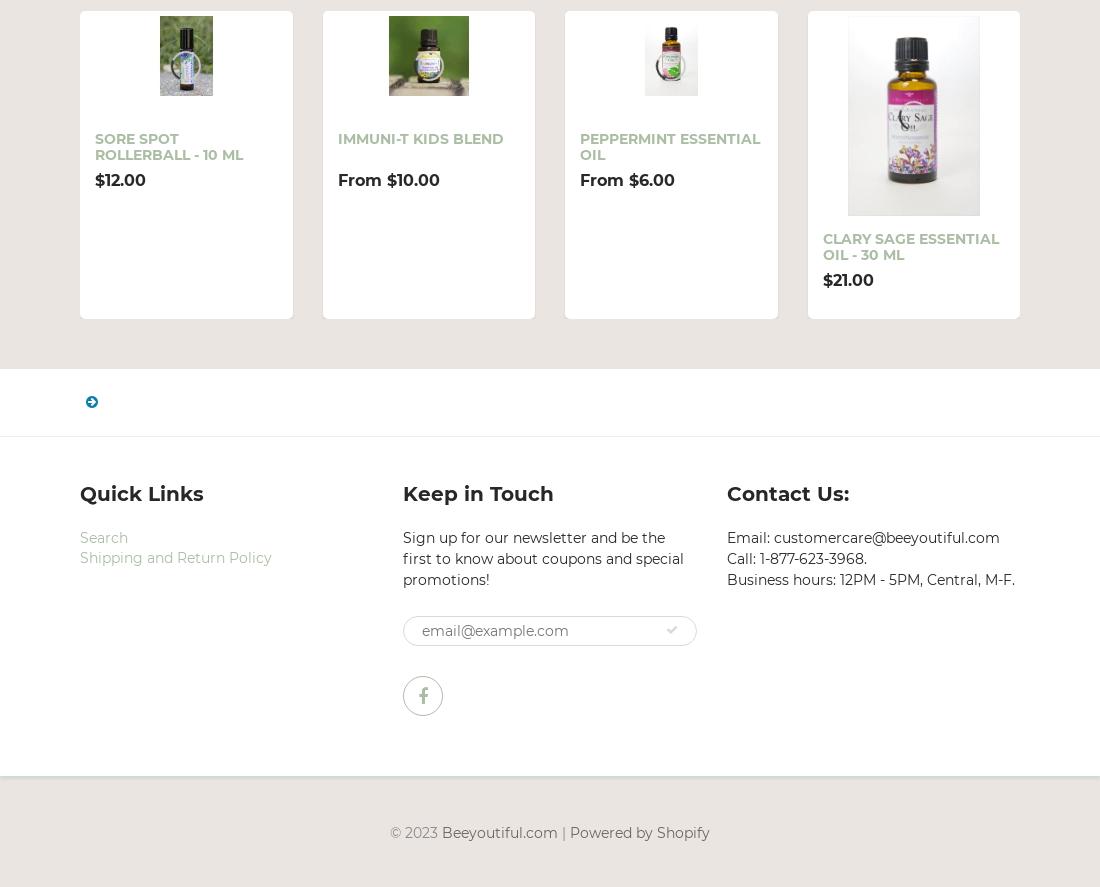 Image resolution: width=1100 pixels, height=887 pixels. I want to click on 'Sign up for our newsletter and be the first to know about coupons and special promotions!', so click(543, 557).